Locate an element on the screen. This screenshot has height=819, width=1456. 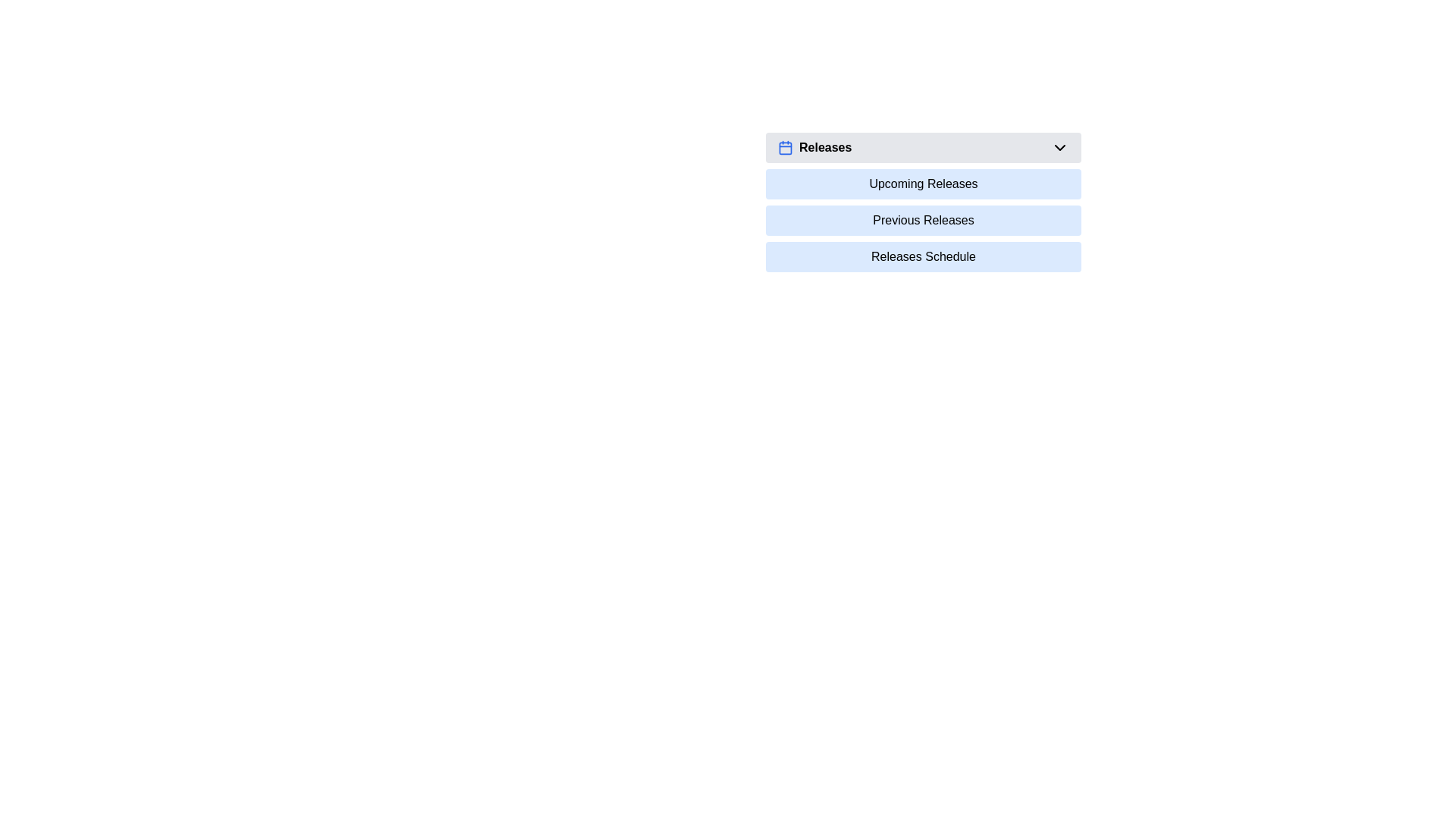
the chevron icon button located to the far right side of the 'Releases' title bar is located at coordinates (1059, 148).